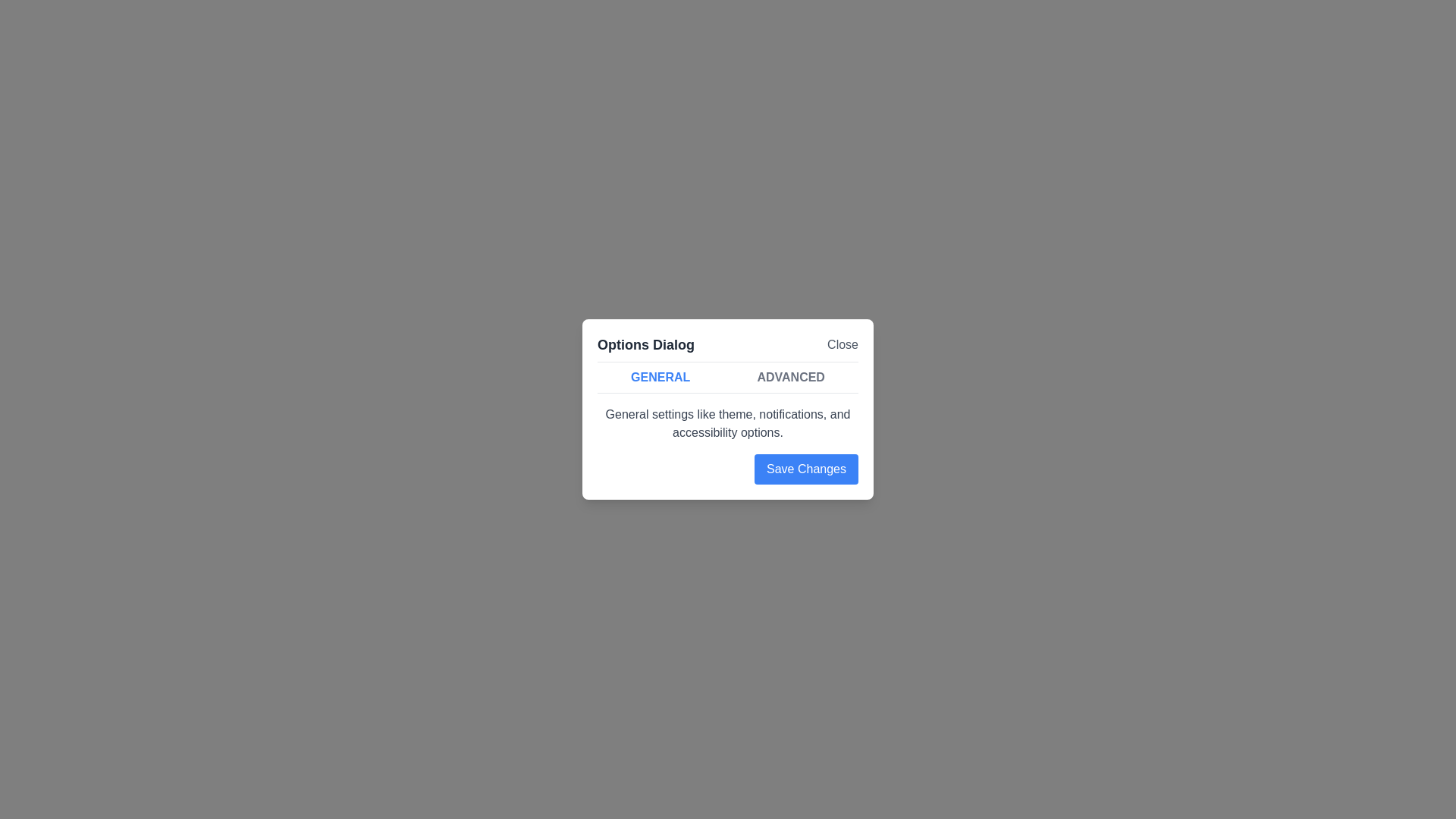 This screenshot has width=1456, height=819. Describe the element at coordinates (660, 376) in the screenshot. I see `the 'General' tab to switch back to it` at that location.